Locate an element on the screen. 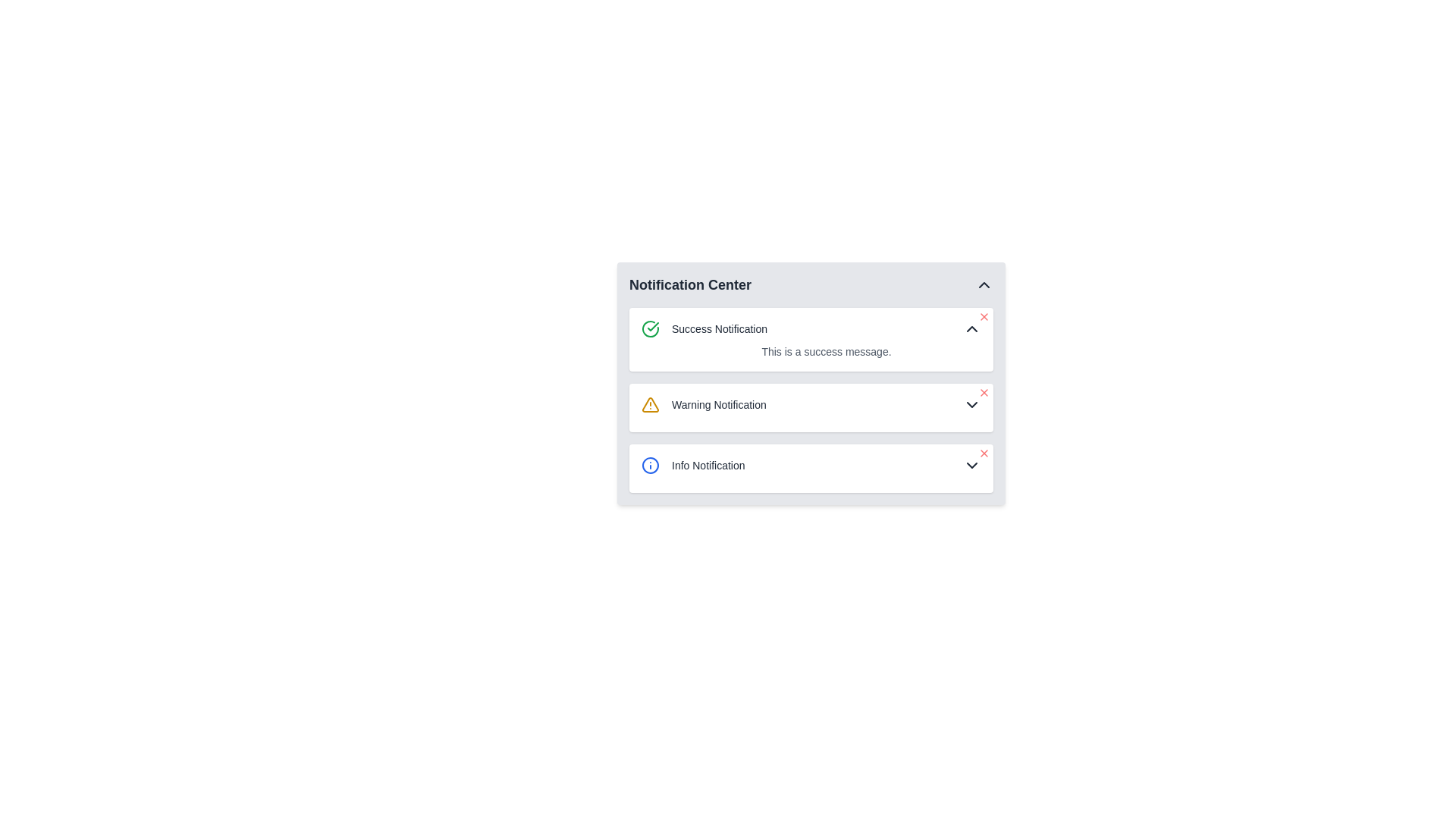  the chevron icon next to the 'Info Notification' entry is located at coordinates (971, 464).